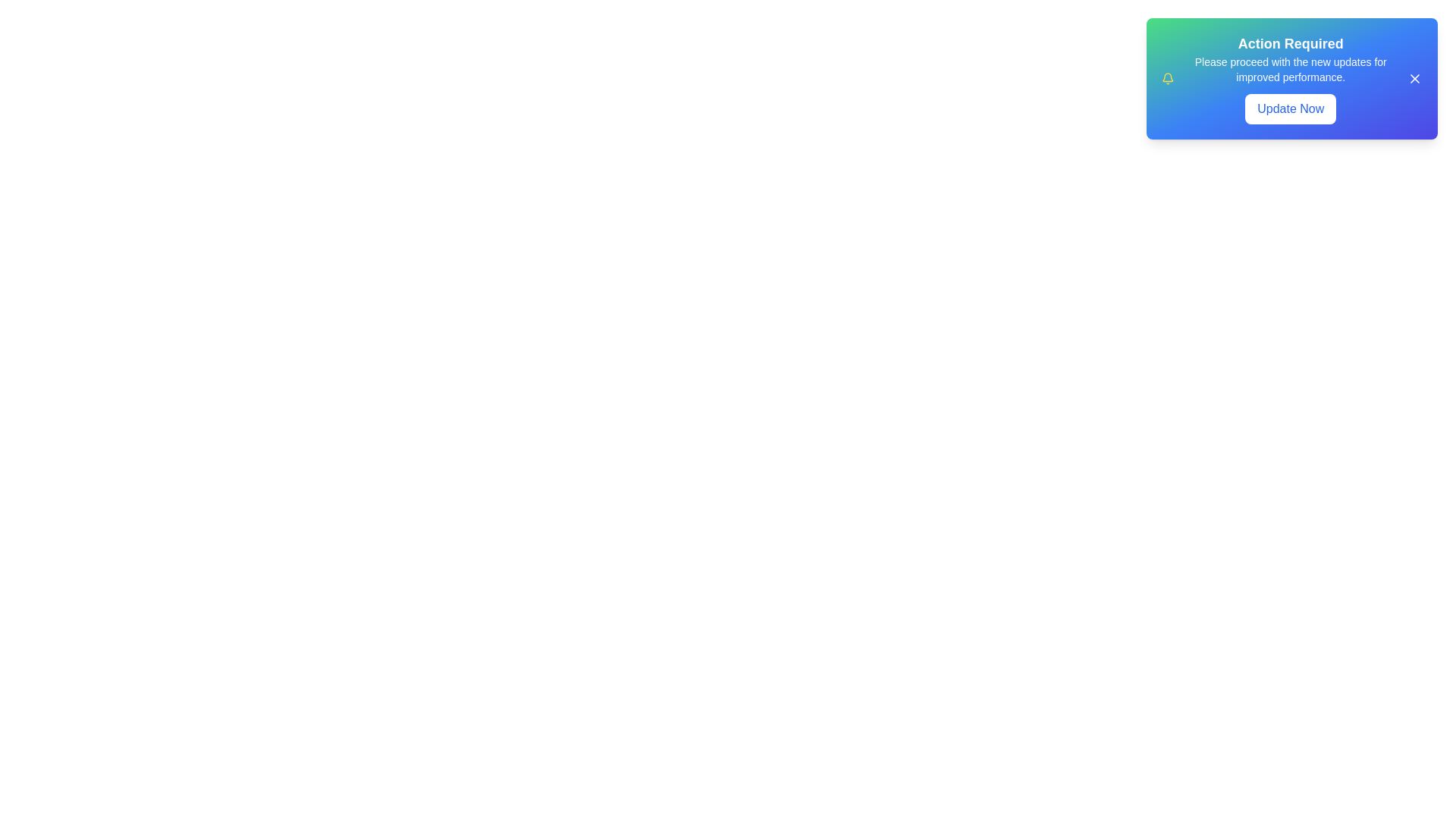 Image resolution: width=1456 pixels, height=819 pixels. I want to click on the 'Update Now' button to proceed with the update, so click(1290, 108).